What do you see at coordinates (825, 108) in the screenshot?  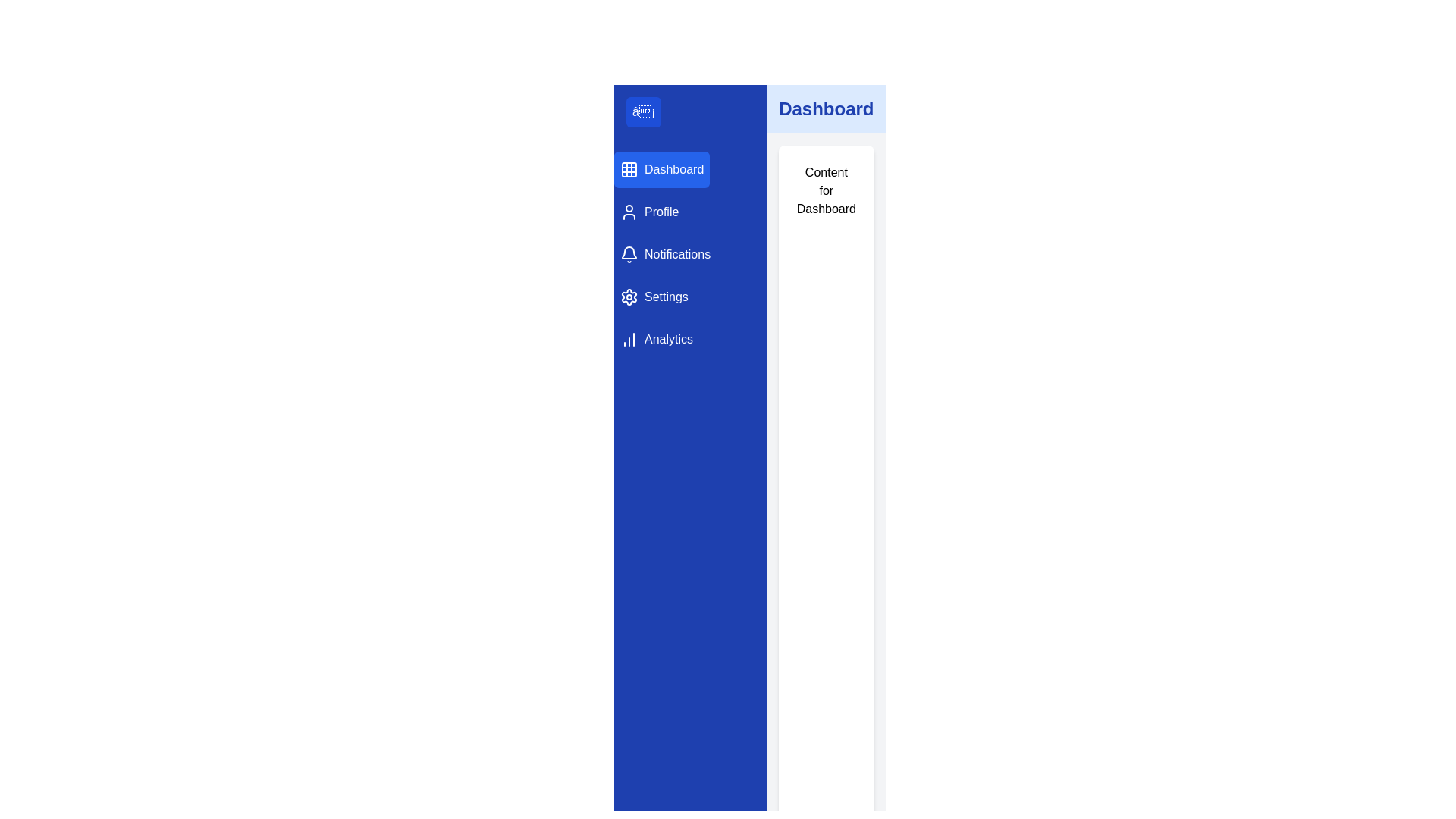 I see `the textual header displaying 'Dashboard' in bold, large-sized font with blue color on a light blue background, located in the top-right section above the content area labeled 'Content for Dashboard'` at bounding box center [825, 108].